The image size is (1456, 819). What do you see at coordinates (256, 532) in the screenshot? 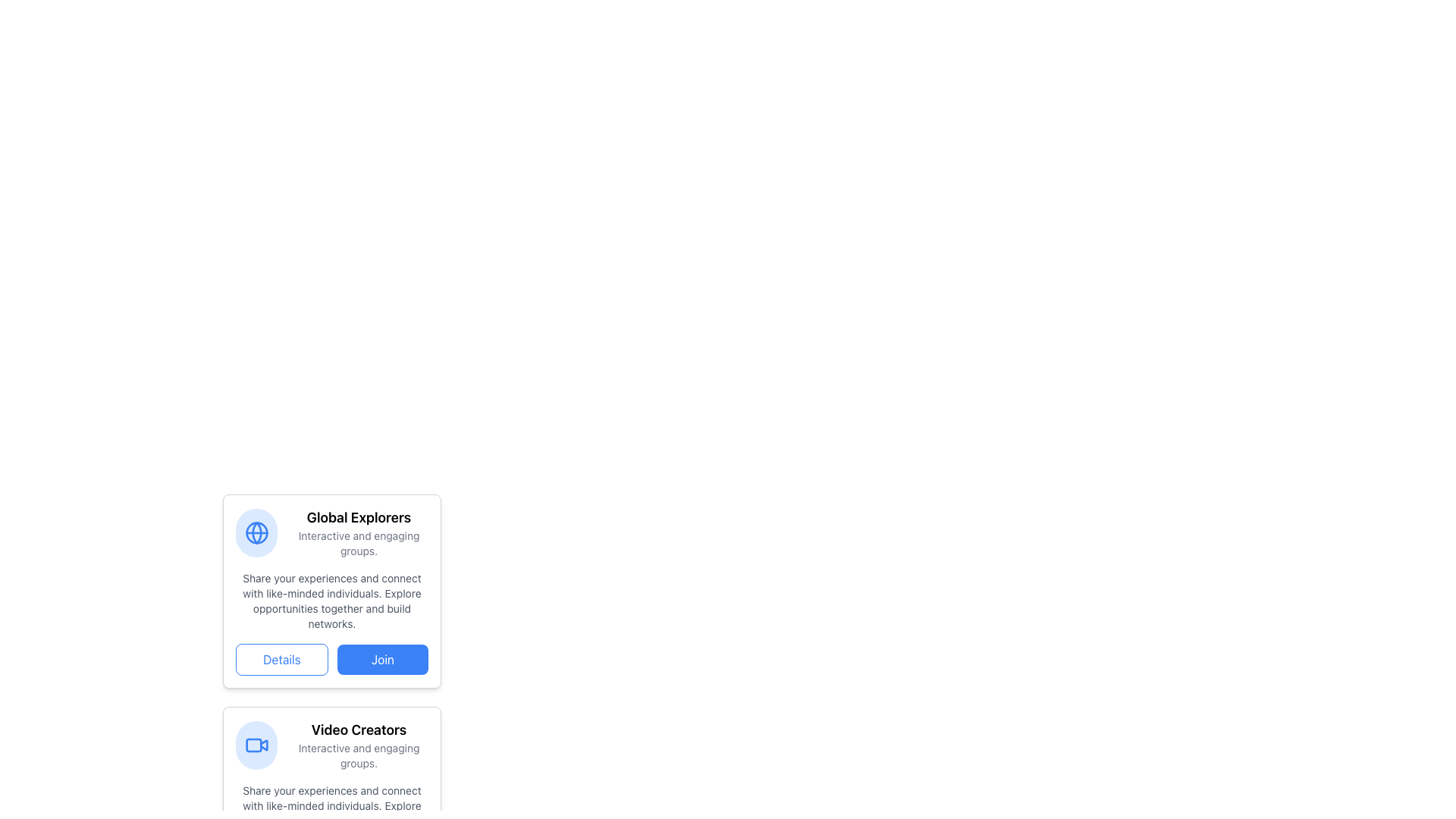
I see `the 'Global Explorers' icon, which is centrally positioned at the top of the card with the title 'Global Explorers.'` at bounding box center [256, 532].